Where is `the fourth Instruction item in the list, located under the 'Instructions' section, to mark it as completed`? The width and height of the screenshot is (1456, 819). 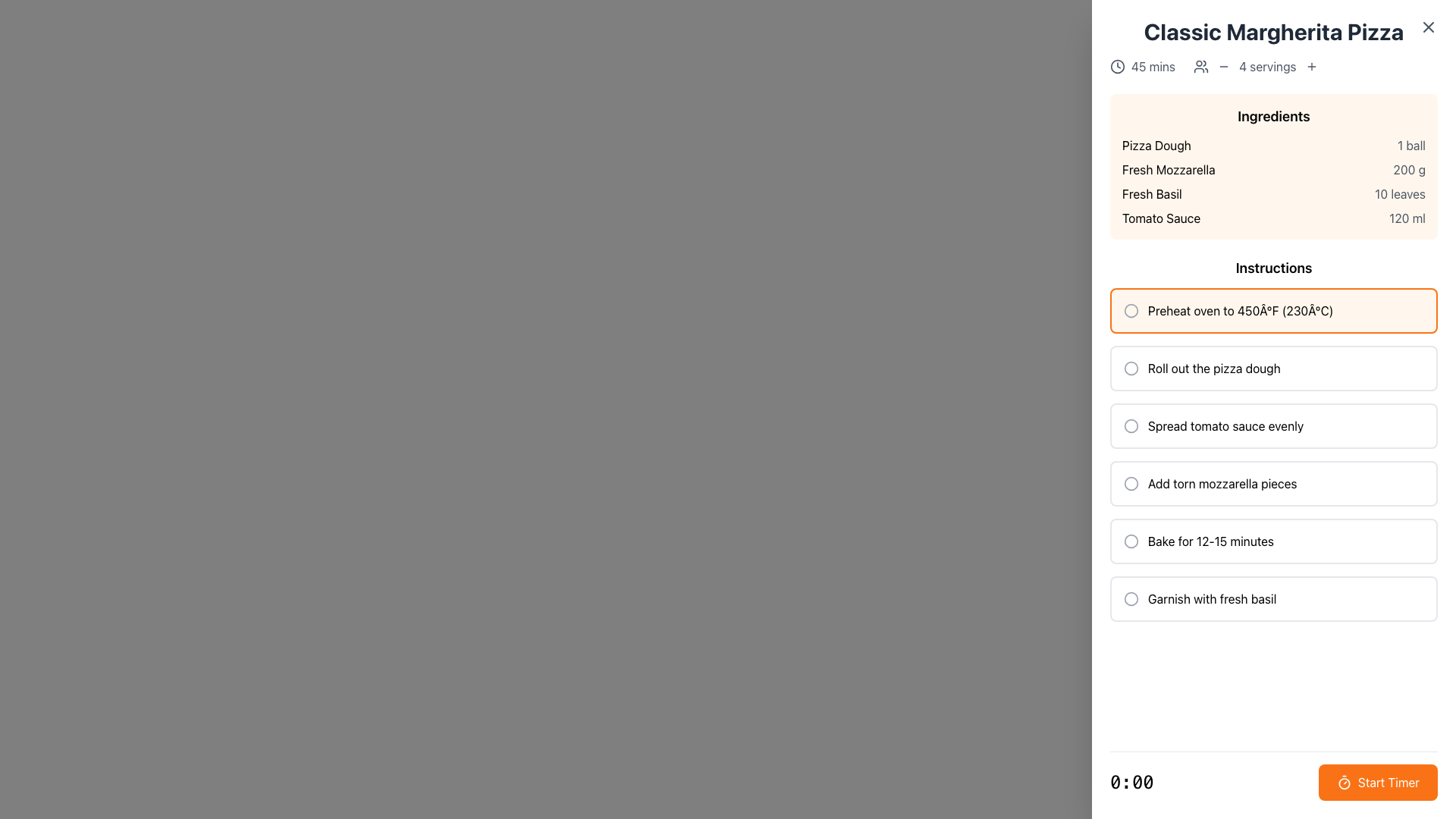 the fourth Instruction item in the list, located under the 'Instructions' section, to mark it as completed is located at coordinates (1274, 483).